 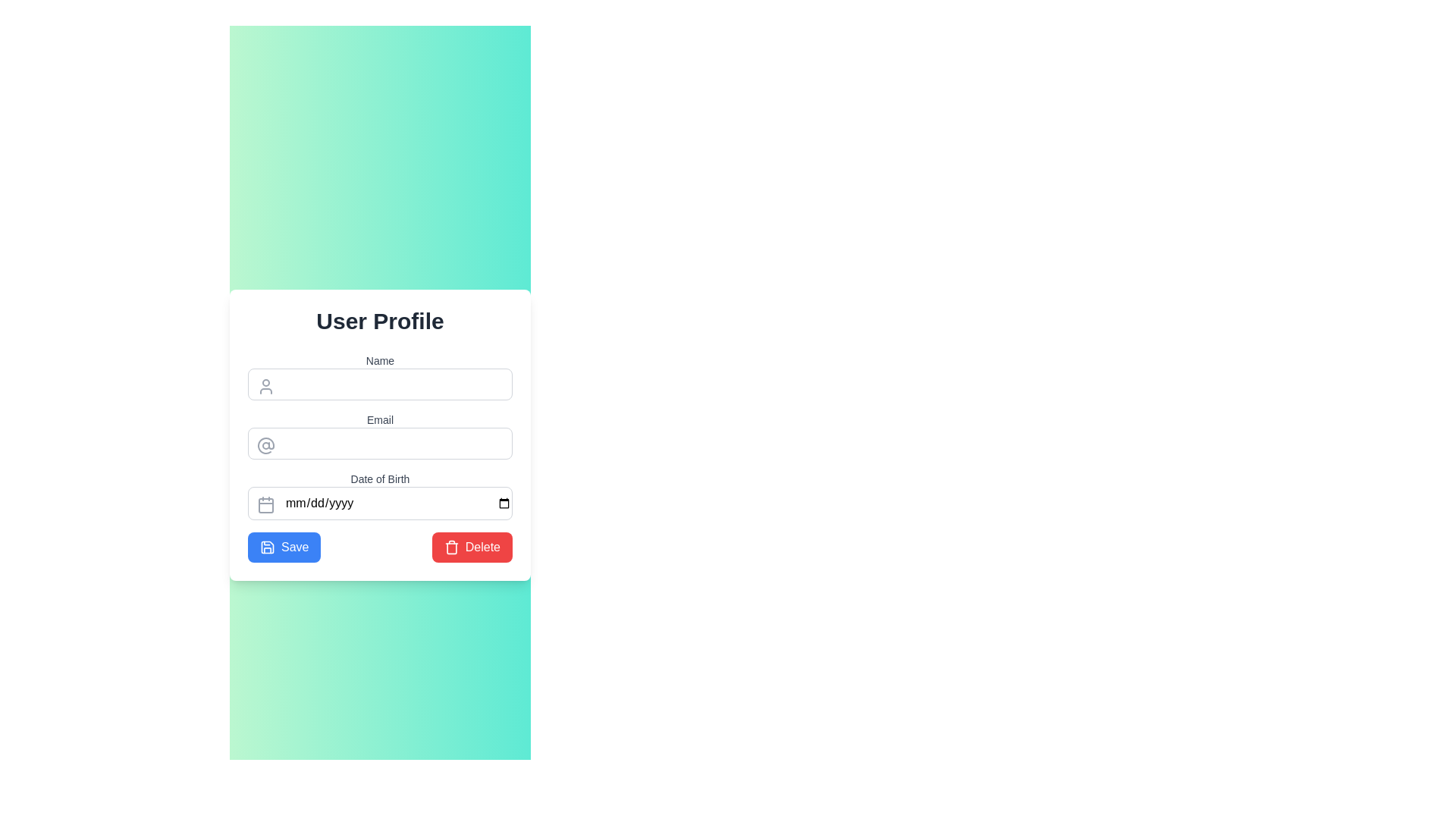 I want to click on text label indicating the purpose of the 'Save' button, which is located towards the right of the icon within the button structure at the bottom of the central form, so click(x=295, y=547).